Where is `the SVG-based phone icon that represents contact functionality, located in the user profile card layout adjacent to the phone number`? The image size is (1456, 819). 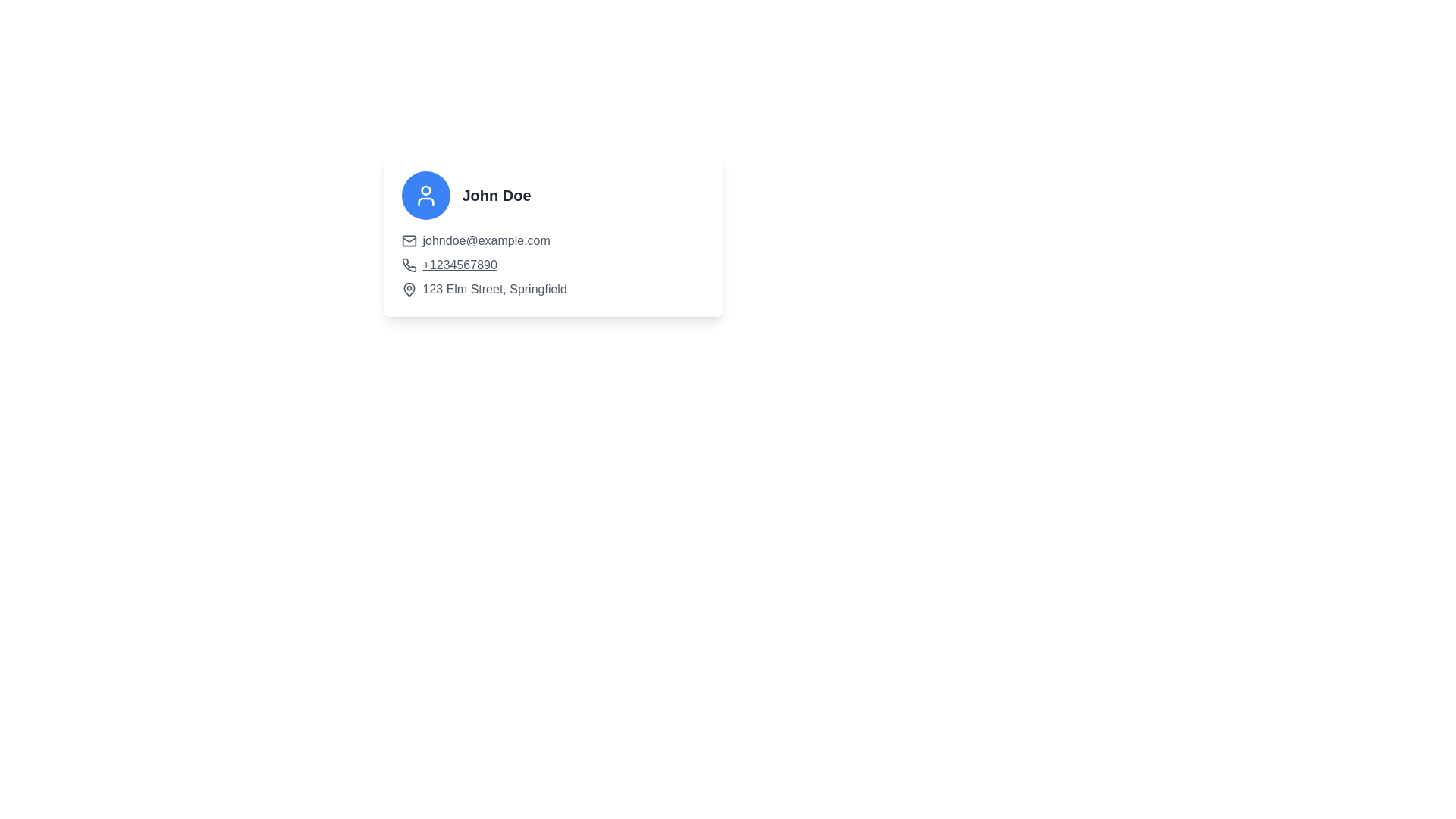
the SVG-based phone icon that represents contact functionality, located in the user profile card layout adjacent to the phone number is located at coordinates (409, 264).